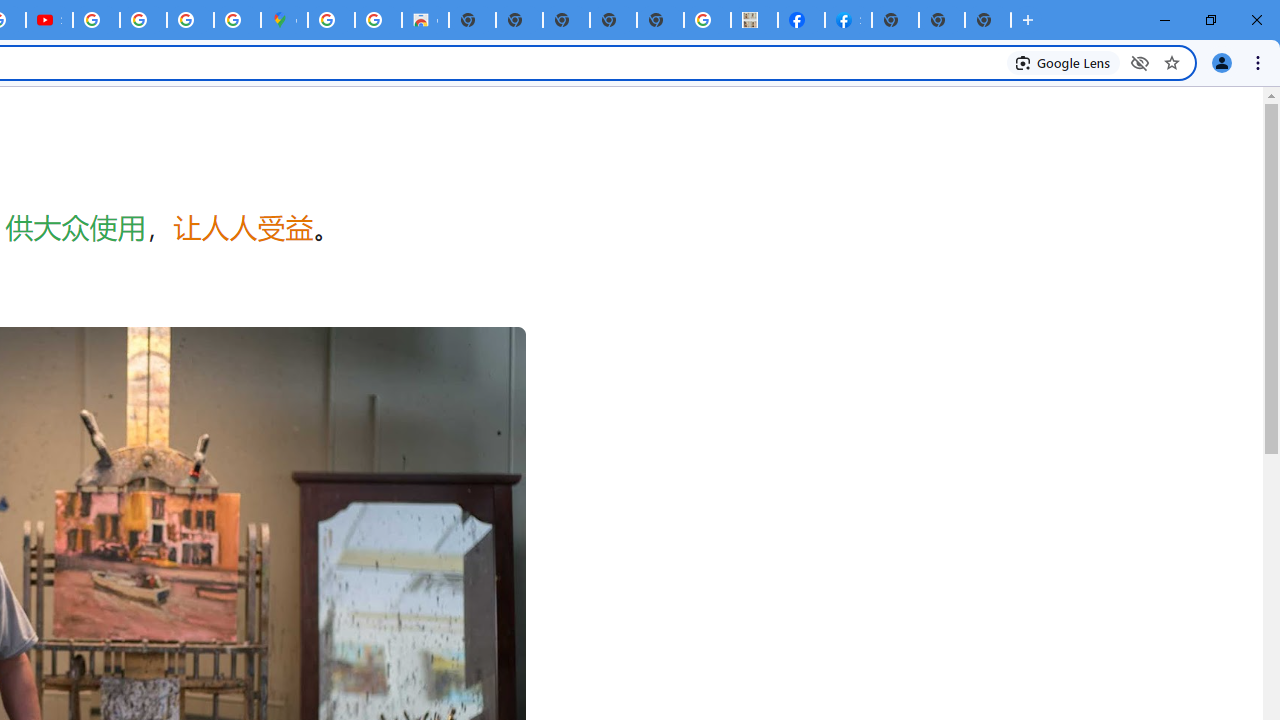  Describe the element at coordinates (1062, 61) in the screenshot. I see `'Search with Google Lens'` at that location.